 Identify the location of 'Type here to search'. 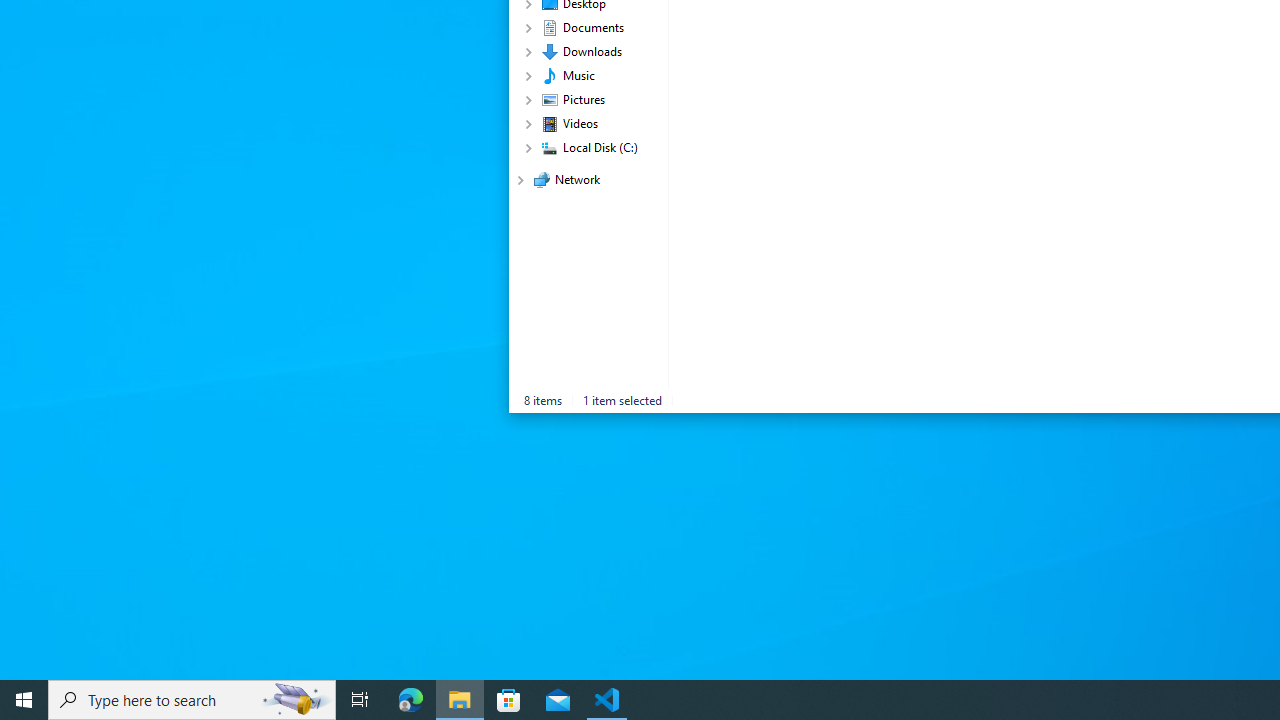
(192, 698).